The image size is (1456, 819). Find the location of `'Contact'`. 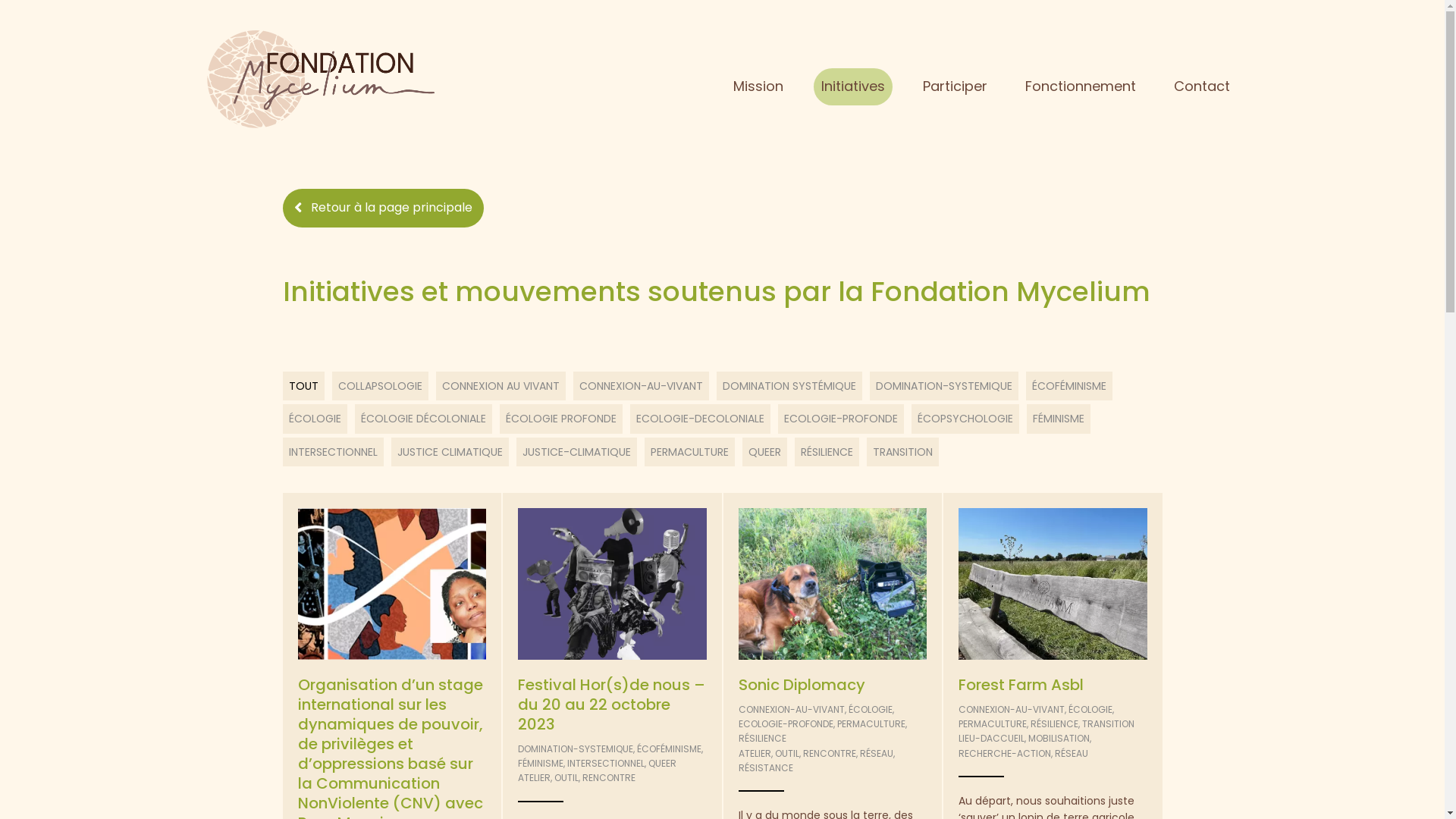

'Contact' is located at coordinates (1200, 86).